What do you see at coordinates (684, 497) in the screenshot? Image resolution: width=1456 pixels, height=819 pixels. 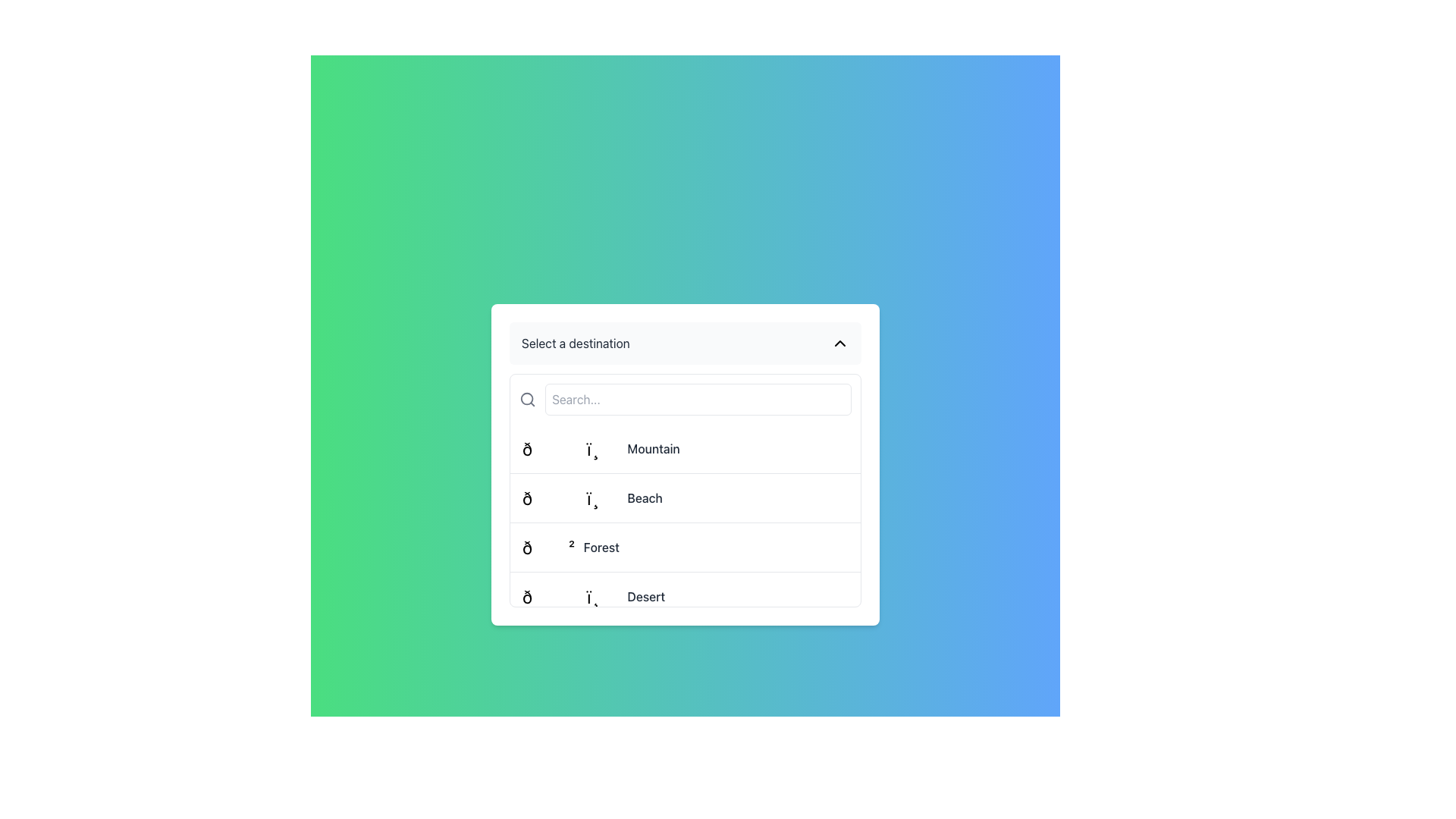 I see `the second list item labeled 'Beach' in the dropdown menu to change its background color` at bounding box center [684, 497].